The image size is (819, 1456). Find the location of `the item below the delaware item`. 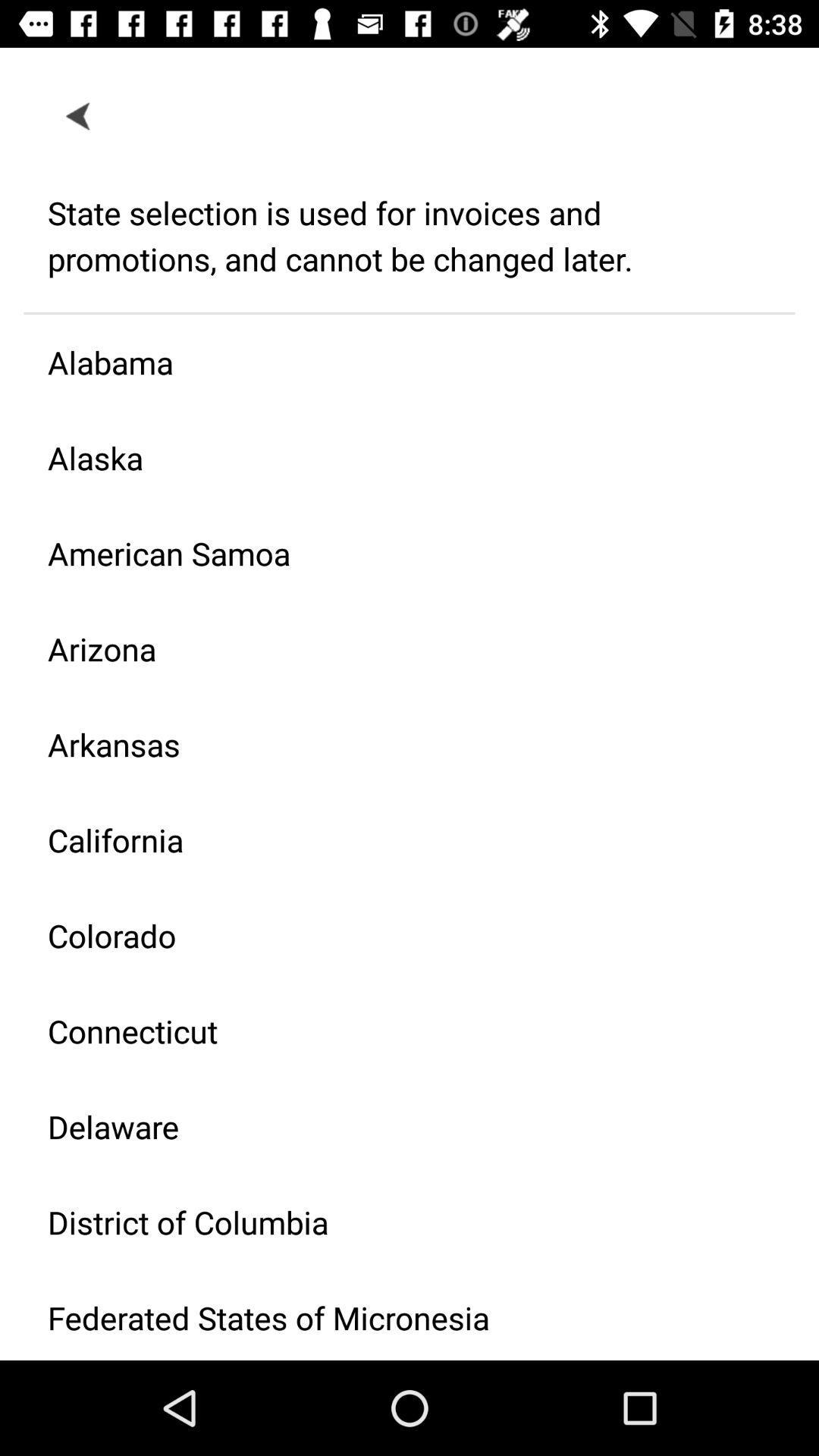

the item below the delaware item is located at coordinates (397, 1222).